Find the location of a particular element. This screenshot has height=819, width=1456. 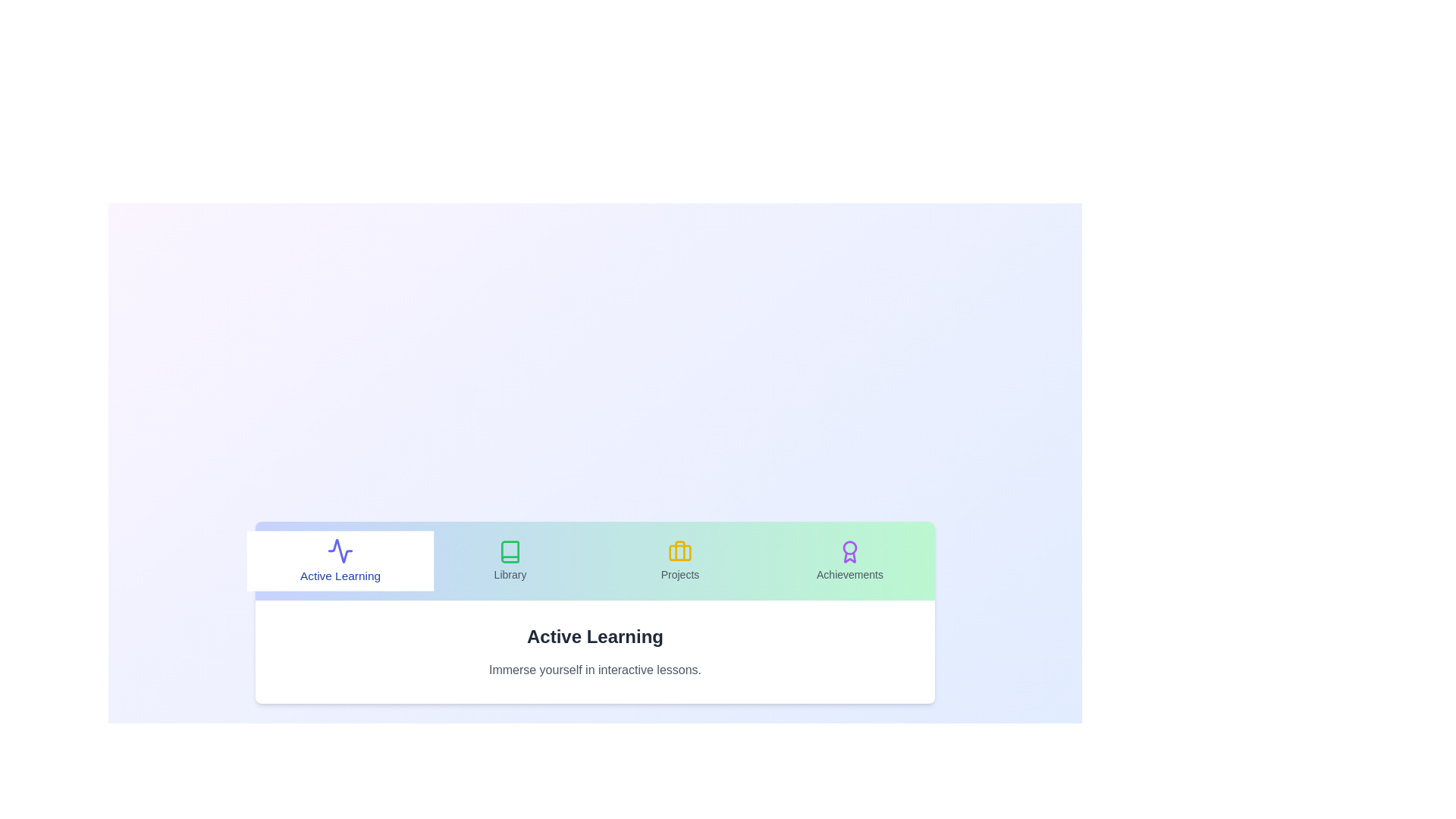

the tab labeled Projects to observe its hover effect is located at coordinates (679, 561).